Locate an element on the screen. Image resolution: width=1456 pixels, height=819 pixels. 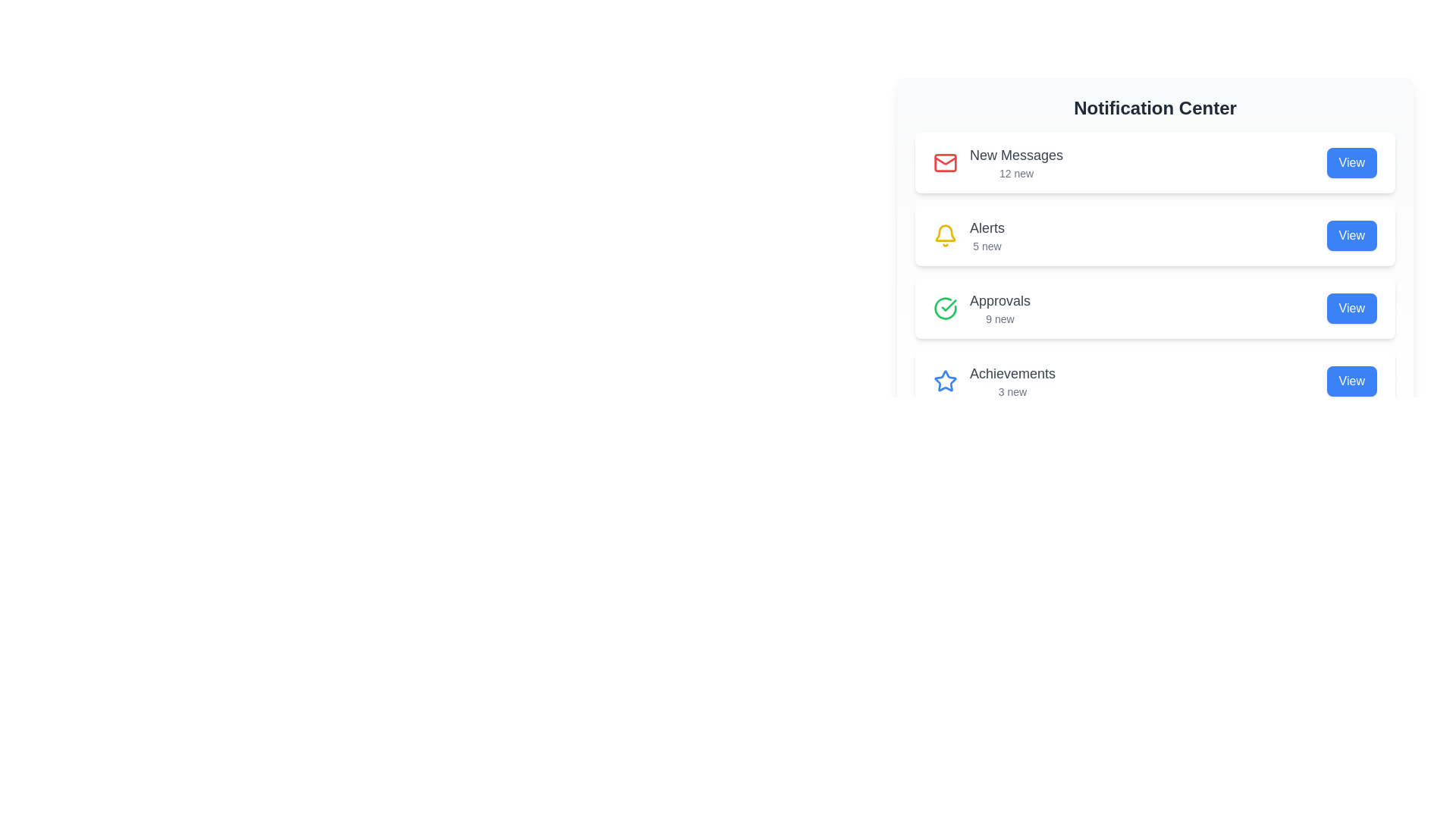
the 'Approvals' text element which displays '9 new' beneath it, located in the Notification Center card layout is located at coordinates (1000, 308).